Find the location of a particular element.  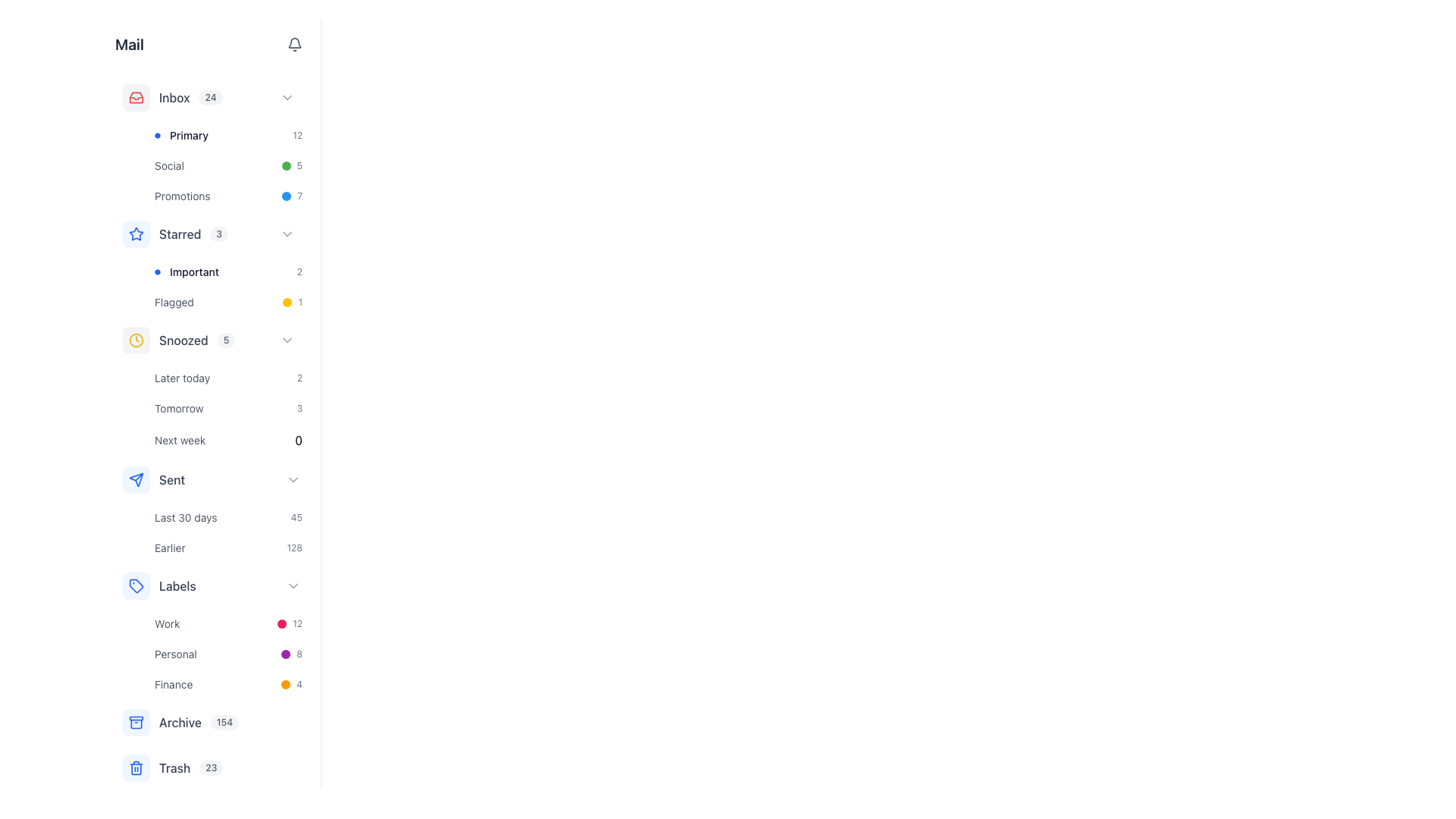

the interactive chevron icon styled as a right-facing arrow in the 'Snoozed' section of the mail sidebar is located at coordinates (287, 339).